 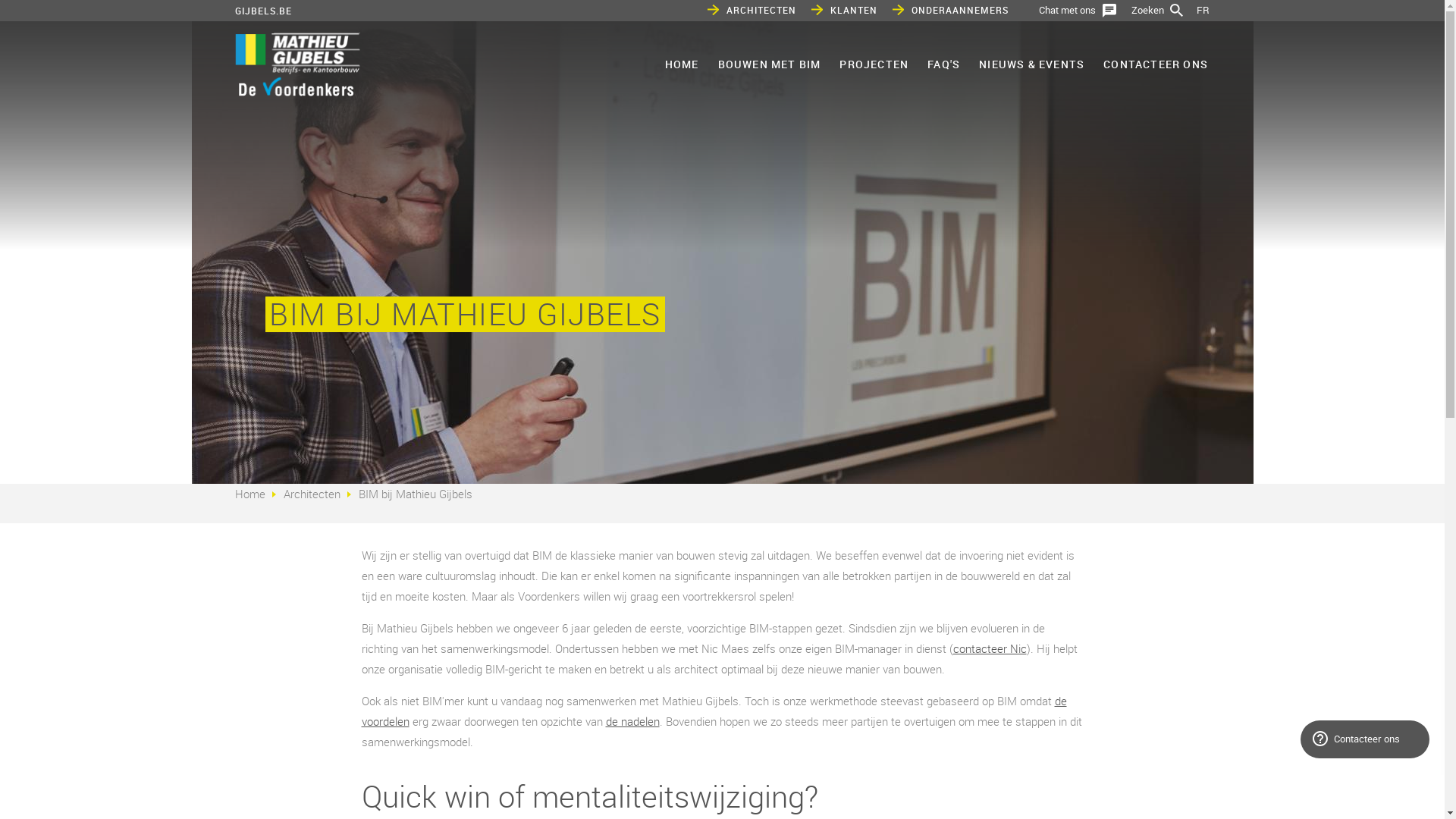 What do you see at coordinates (1076, 10) in the screenshot?
I see `'Chat met ons'` at bounding box center [1076, 10].